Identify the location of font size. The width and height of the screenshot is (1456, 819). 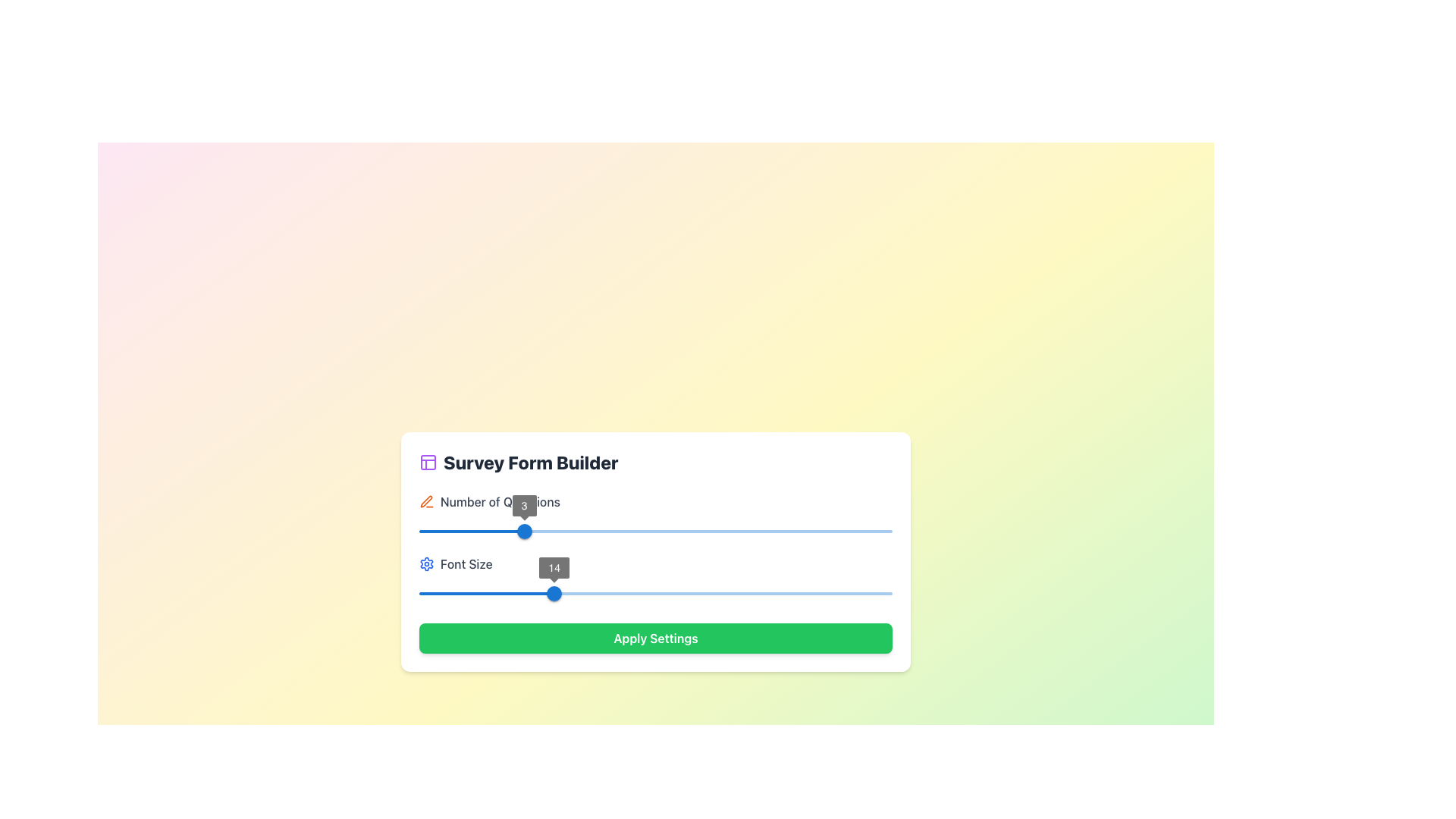
(669, 593).